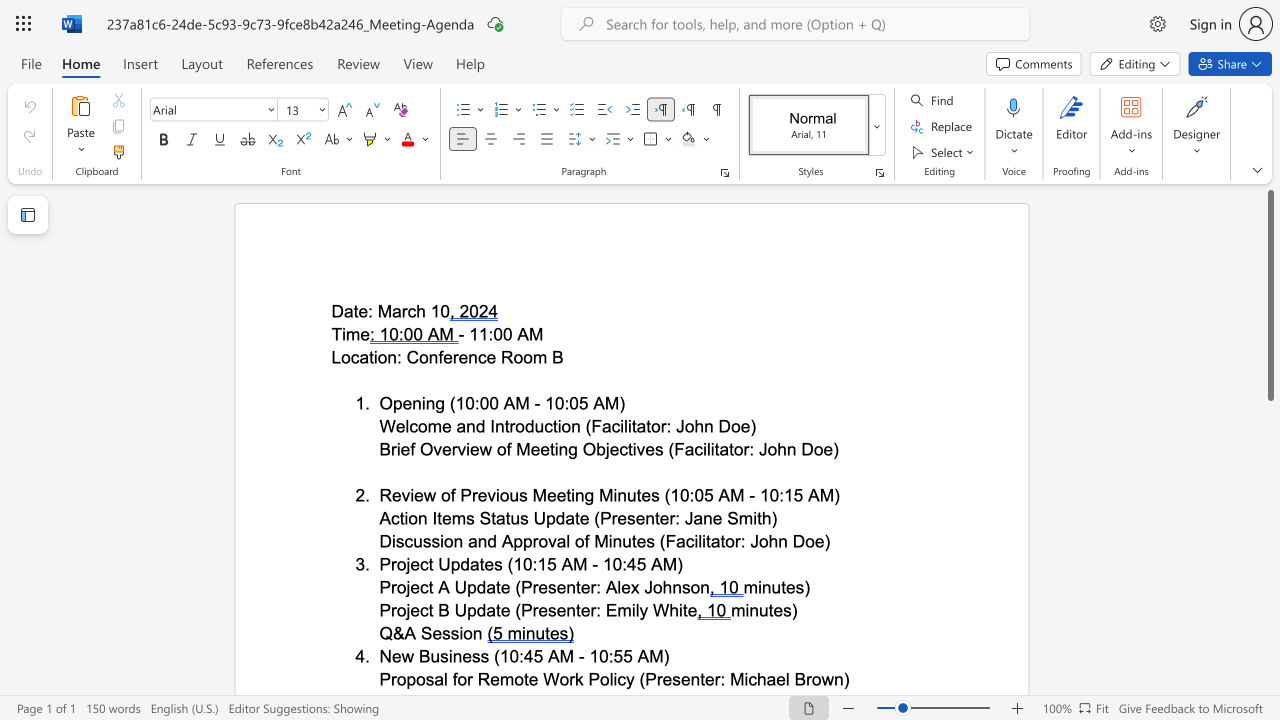  Describe the element at coordinates (835, 448) in the screenshot. I see `the 1th character ")" in the text` at that location.